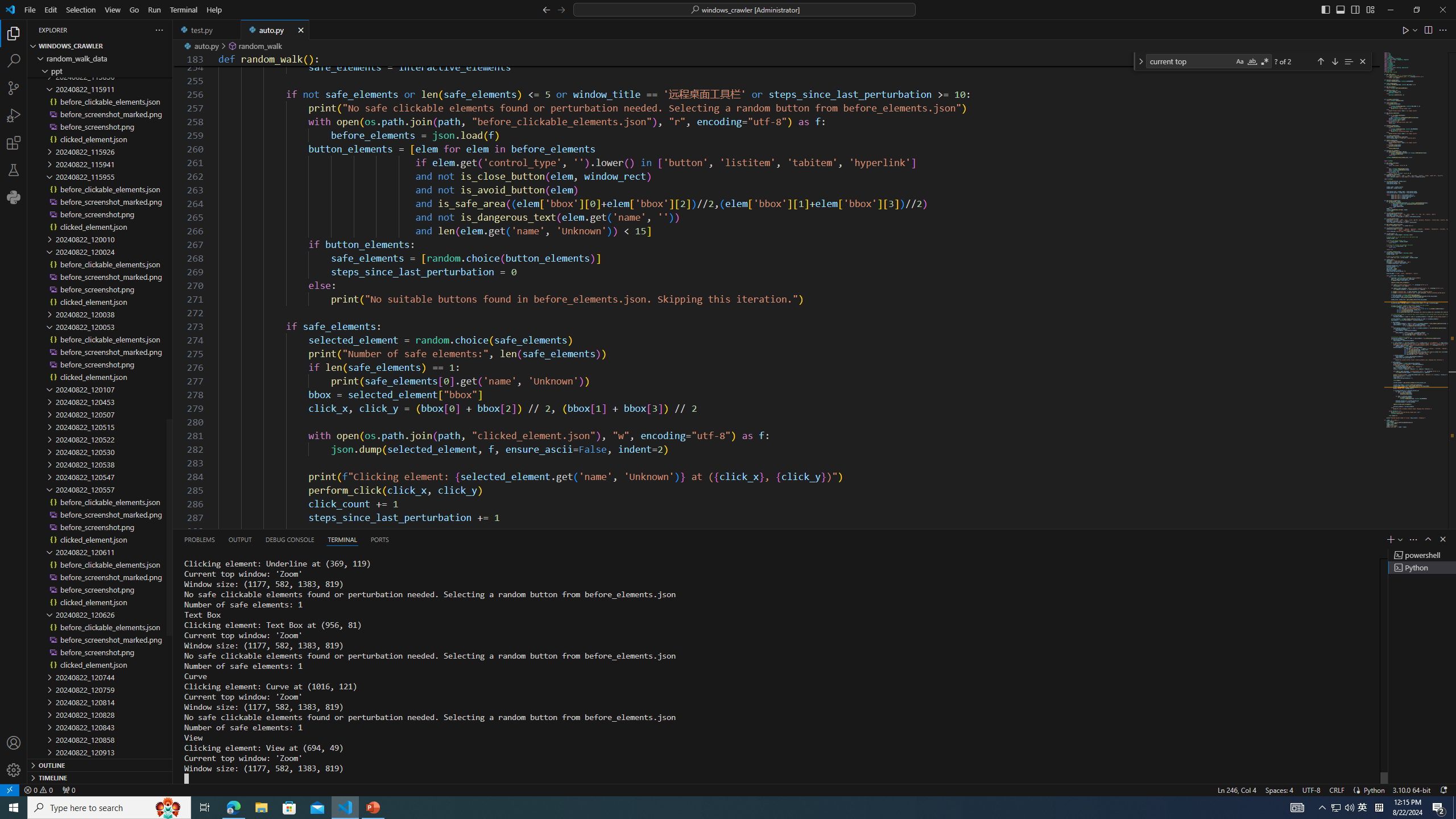 The width and height of the screenshot is (1456, 819). Describe the element at coordinates (30, 9) in the screenshot. I see `'File'` at that location.